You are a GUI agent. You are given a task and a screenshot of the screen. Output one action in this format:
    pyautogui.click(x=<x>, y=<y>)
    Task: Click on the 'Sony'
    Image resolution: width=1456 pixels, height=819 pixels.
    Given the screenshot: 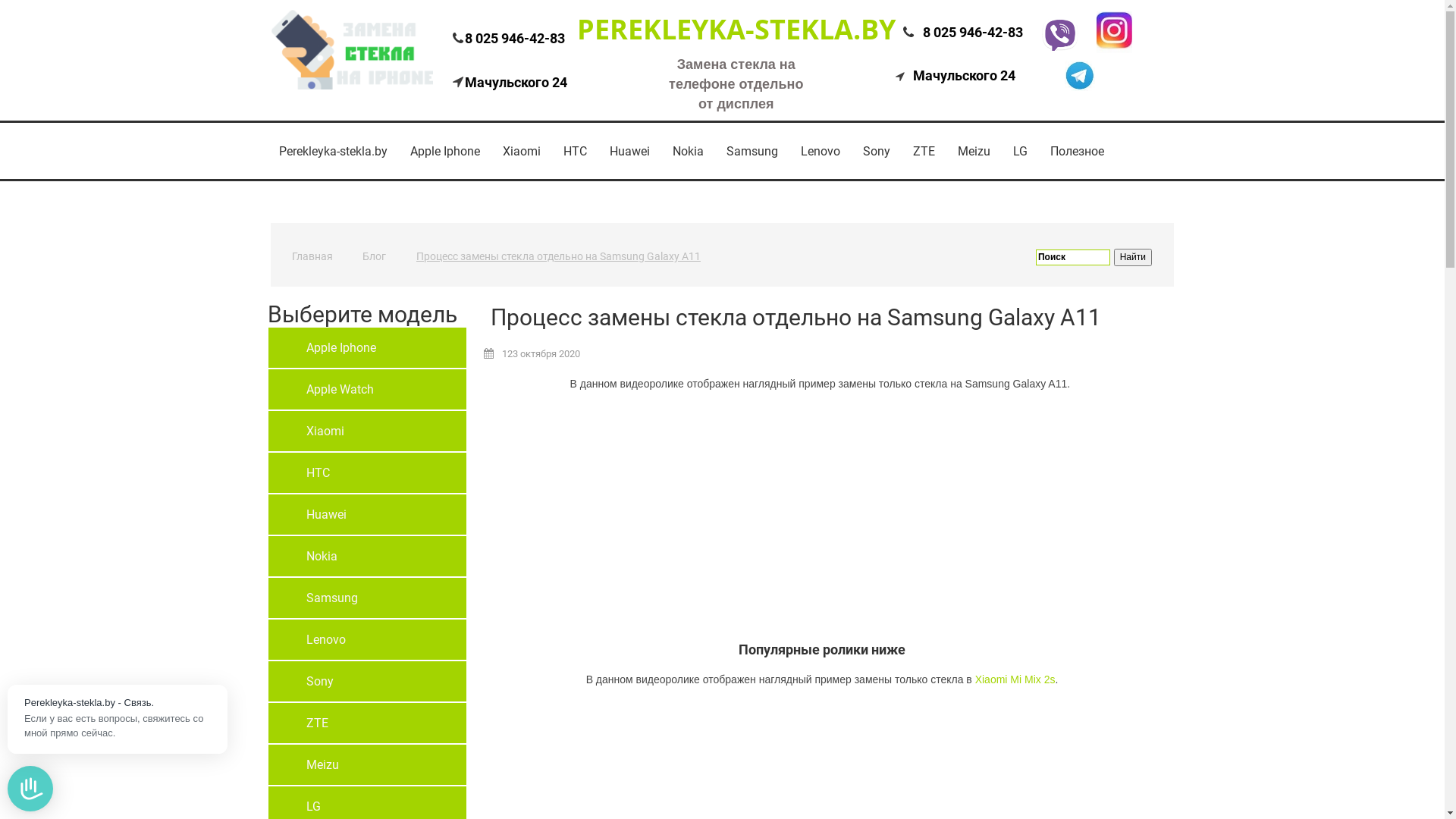 What is the action you would take?
    pyautogui.click(x=266, y=680)
    